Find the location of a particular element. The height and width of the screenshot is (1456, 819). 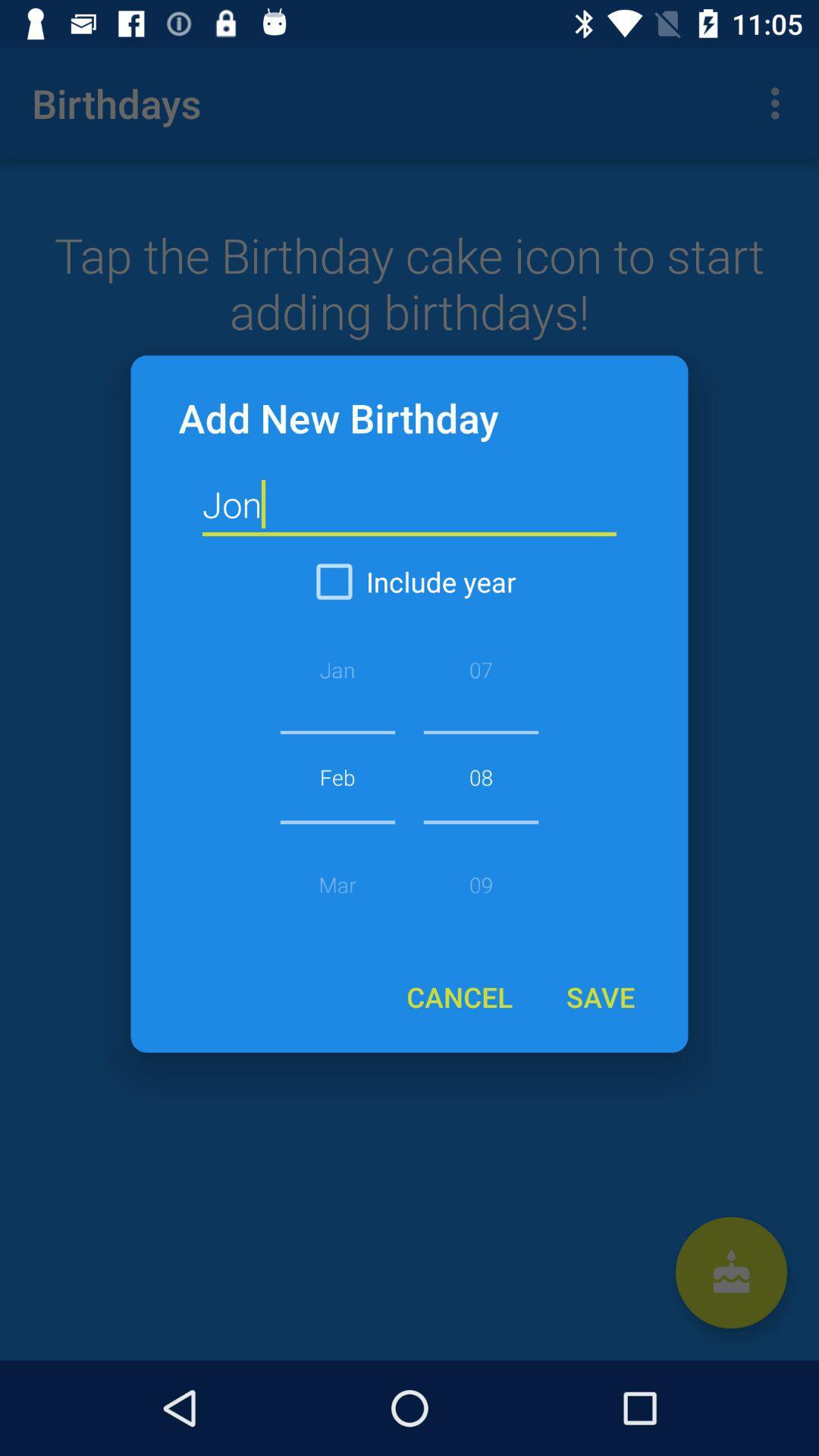

the item above the cancel icon is located at coordinates (481, 777).